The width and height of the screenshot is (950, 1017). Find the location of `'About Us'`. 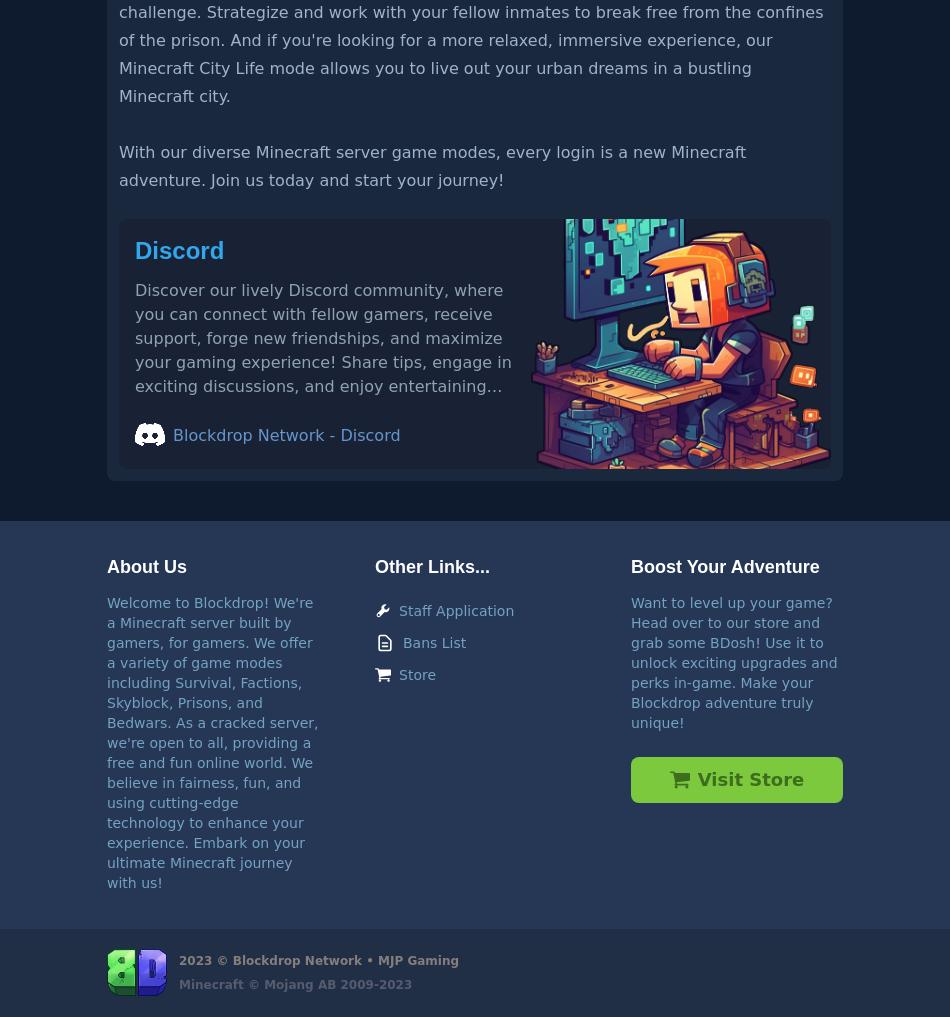

'About Us' is located at coordinates (146, 565).